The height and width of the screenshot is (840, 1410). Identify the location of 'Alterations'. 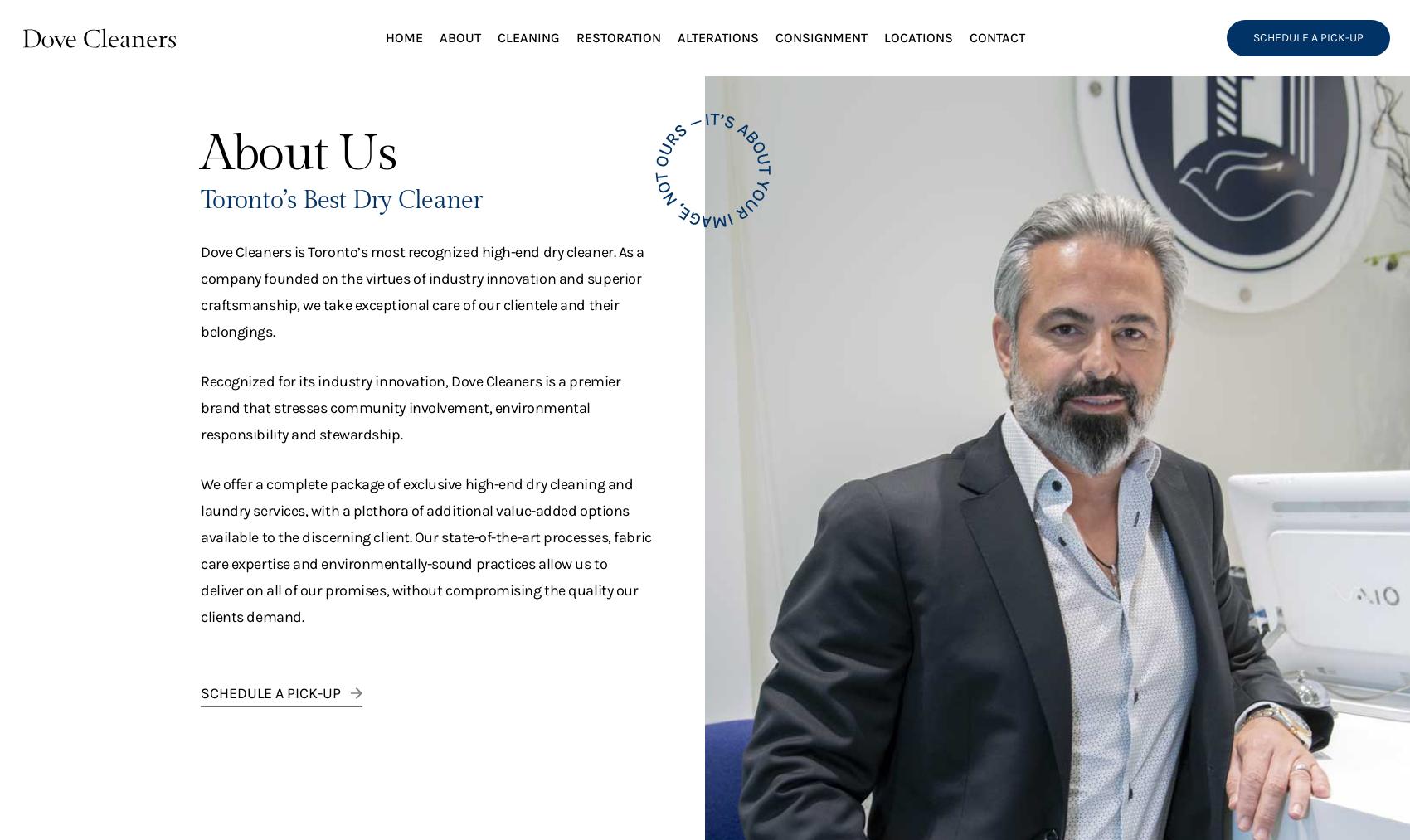
(717, 36).